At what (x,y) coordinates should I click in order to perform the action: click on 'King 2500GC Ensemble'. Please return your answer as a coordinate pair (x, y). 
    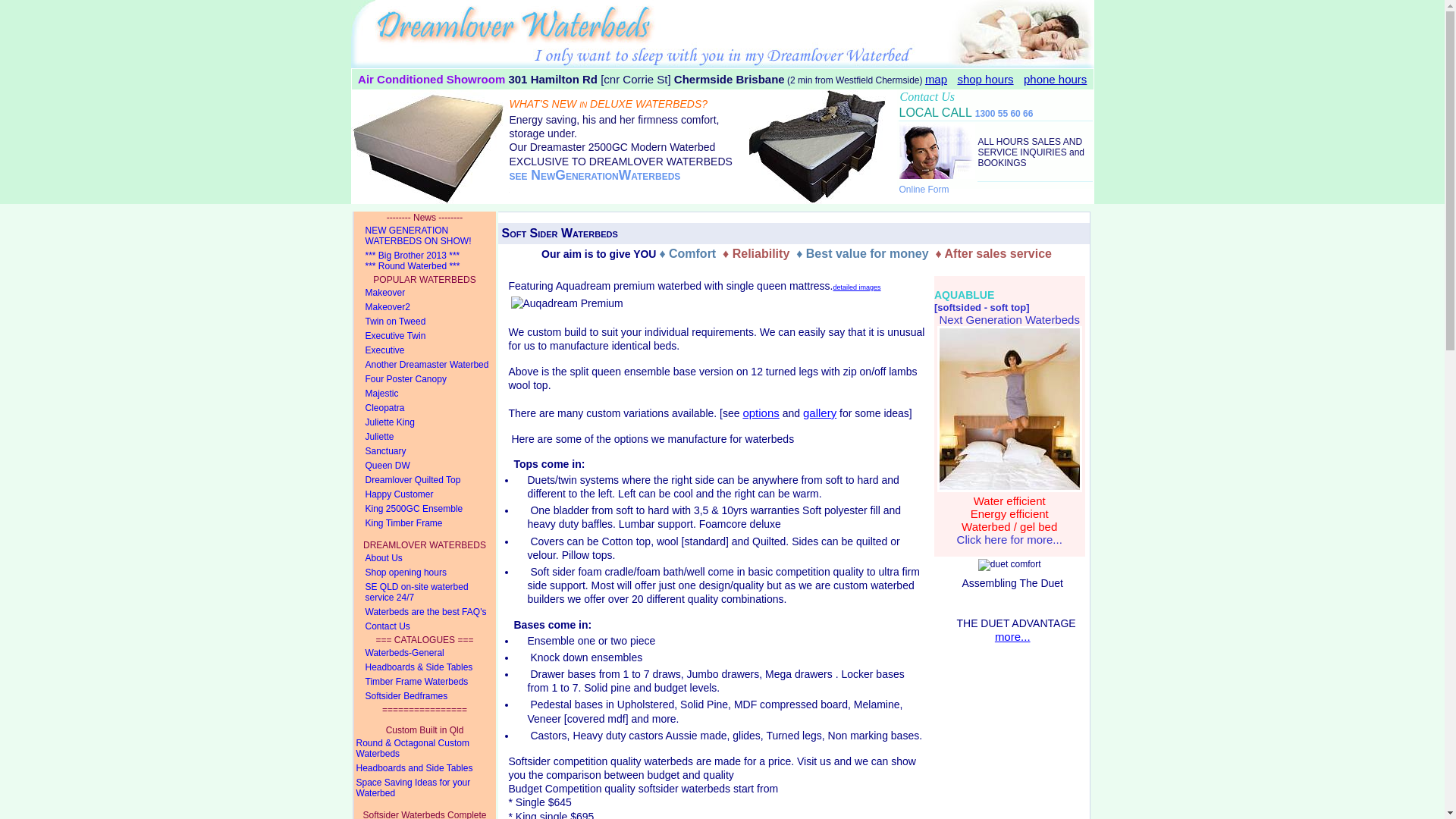
    Looking at the image, I should click on (352, 509).